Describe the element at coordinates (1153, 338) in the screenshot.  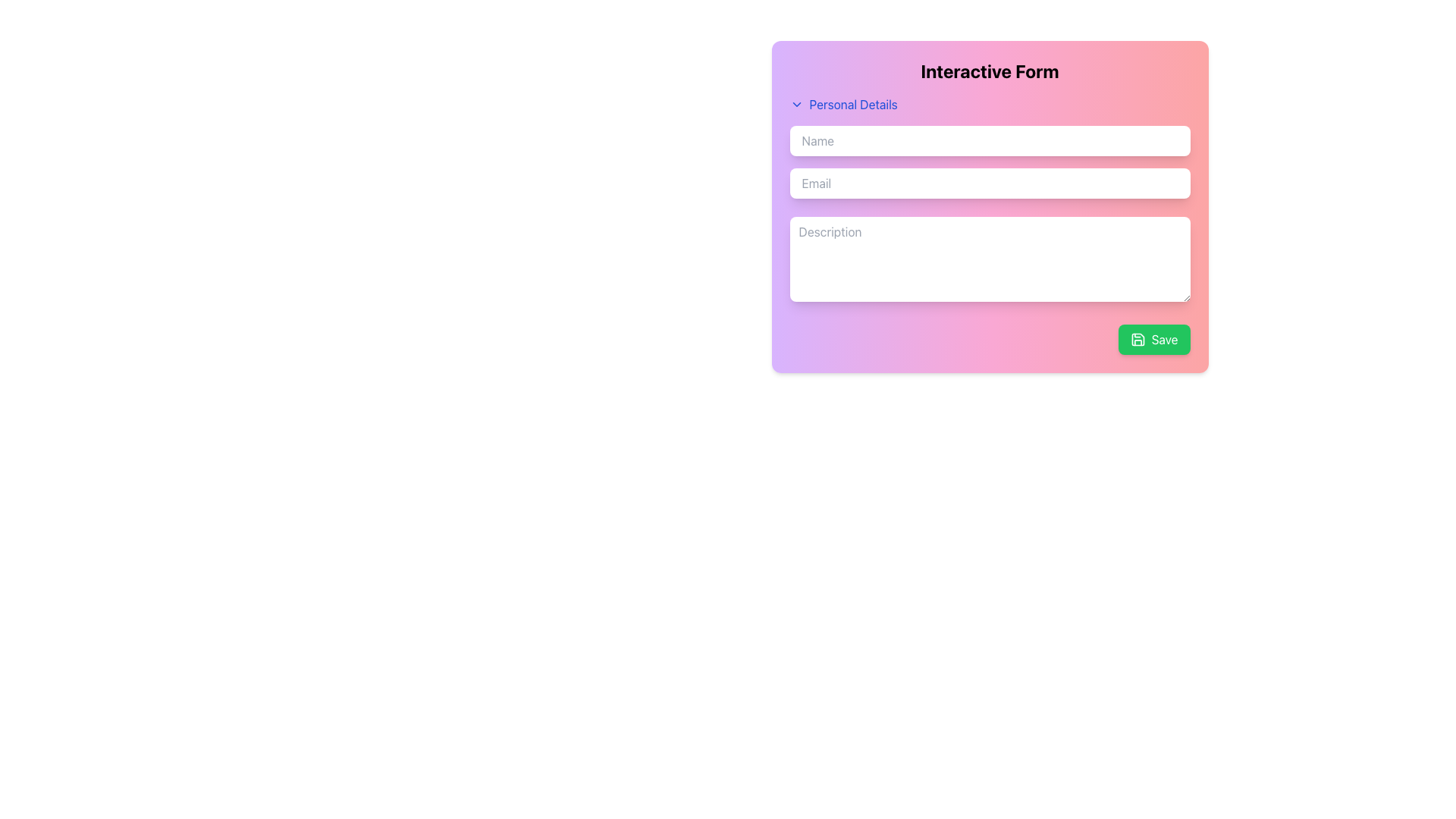
I see `the 'Save' button with a green background located at the bottom-right corner of the card interface` at that location.